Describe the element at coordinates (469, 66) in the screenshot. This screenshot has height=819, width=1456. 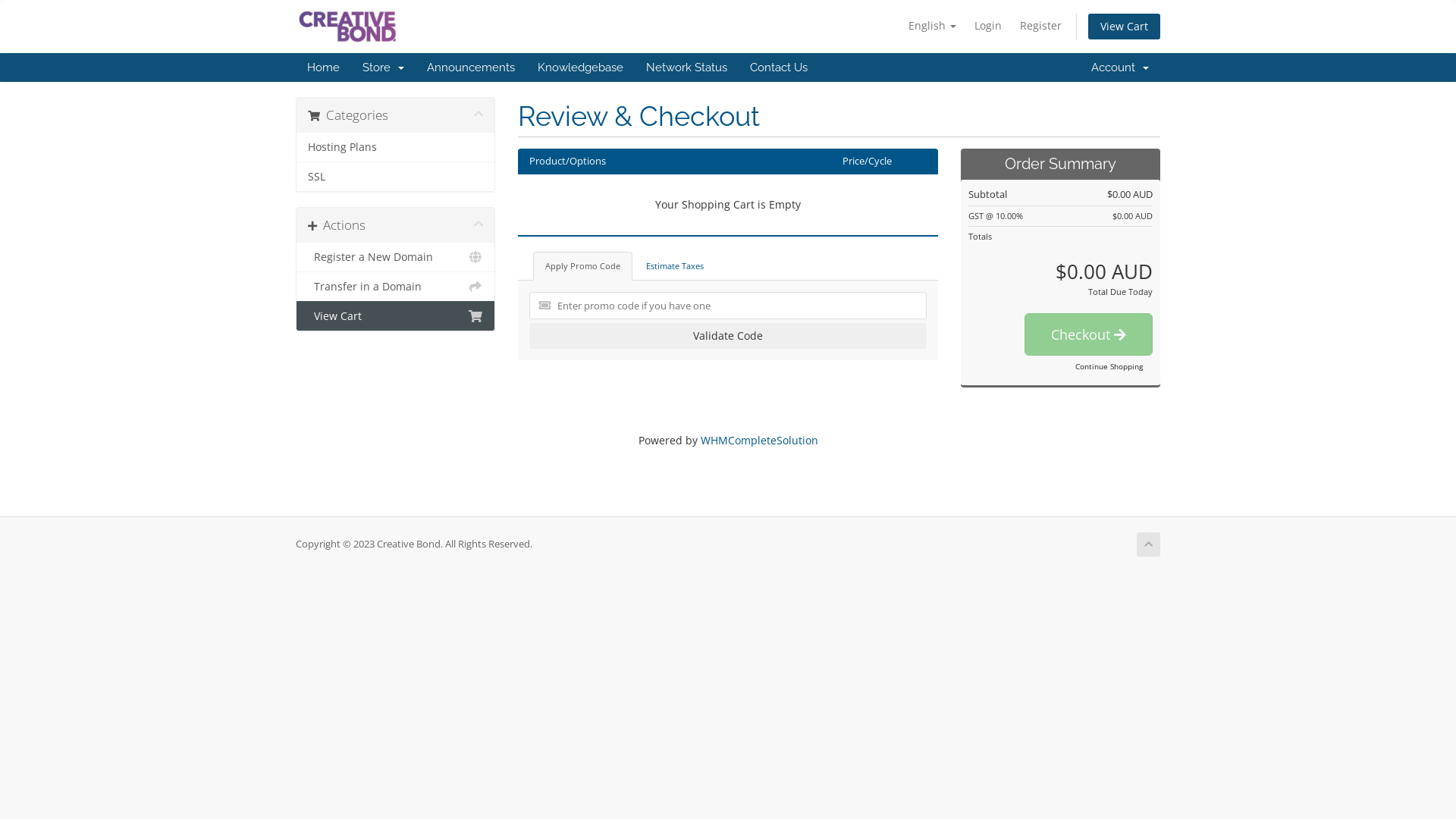
I see `'Announcements'` at that location.